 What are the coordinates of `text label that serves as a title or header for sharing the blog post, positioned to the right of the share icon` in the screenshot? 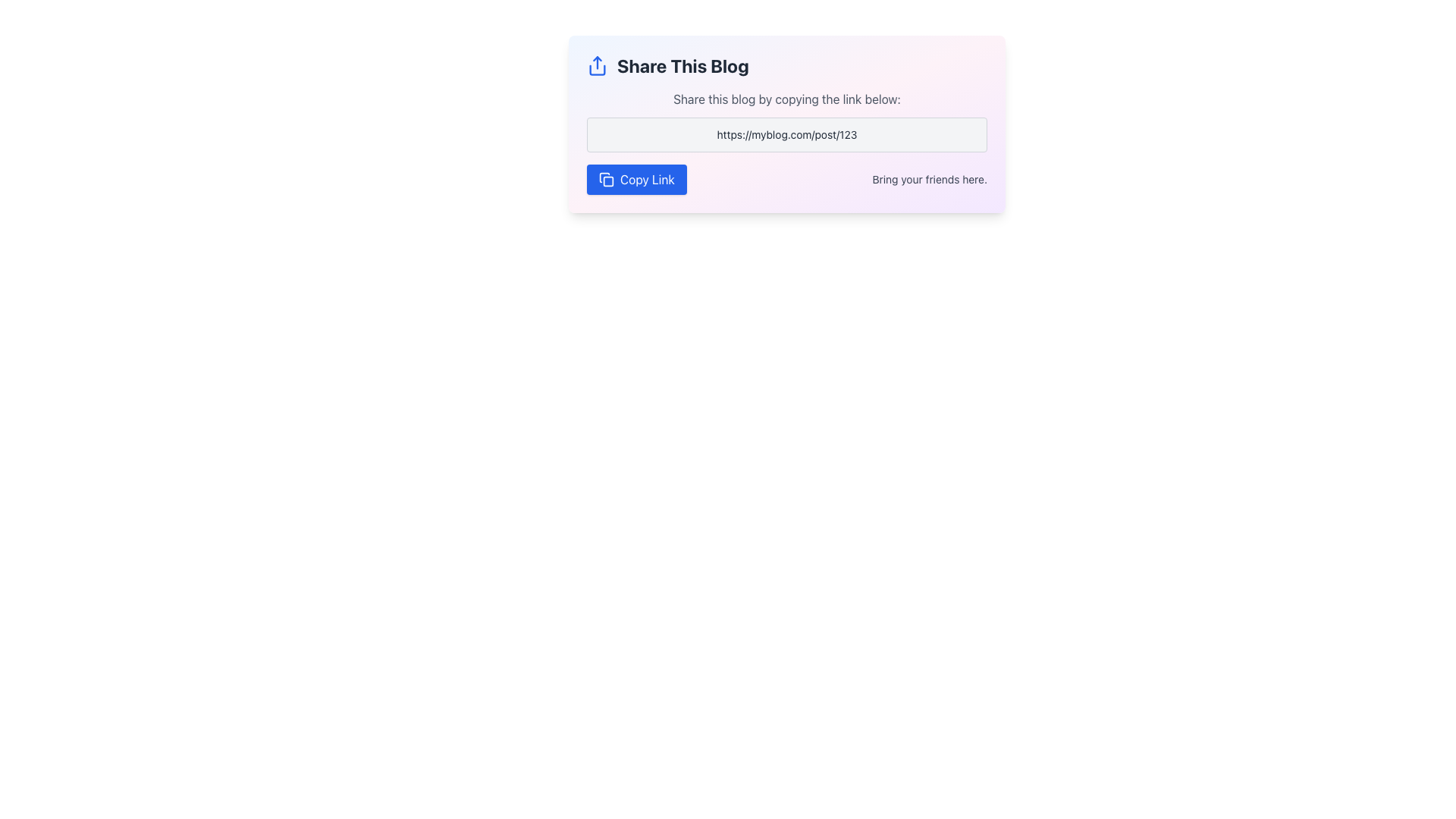 It's located at (682, 65).